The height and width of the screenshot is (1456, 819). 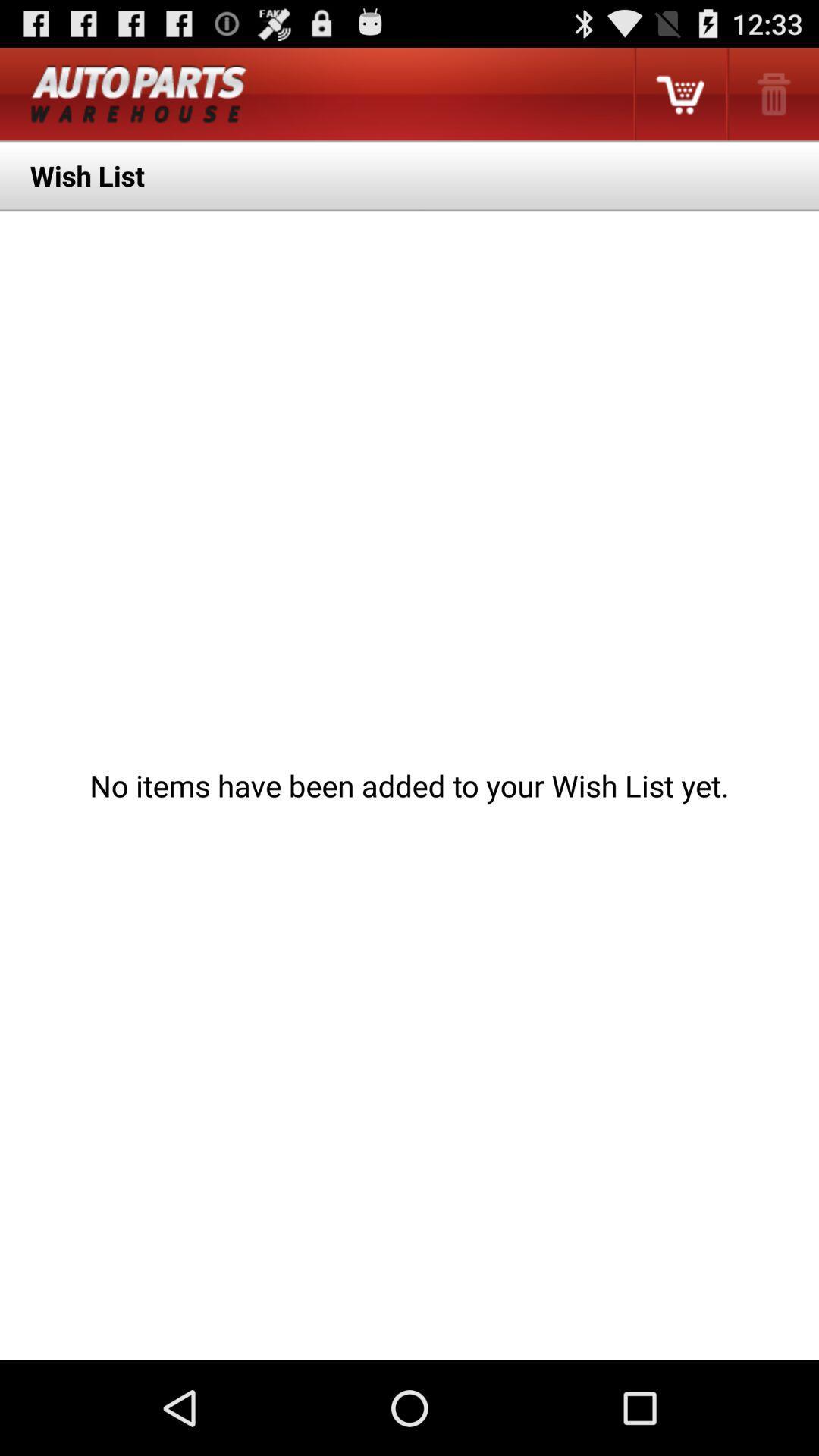 I want to click on app above wish list item, so click(x=139, y=93).